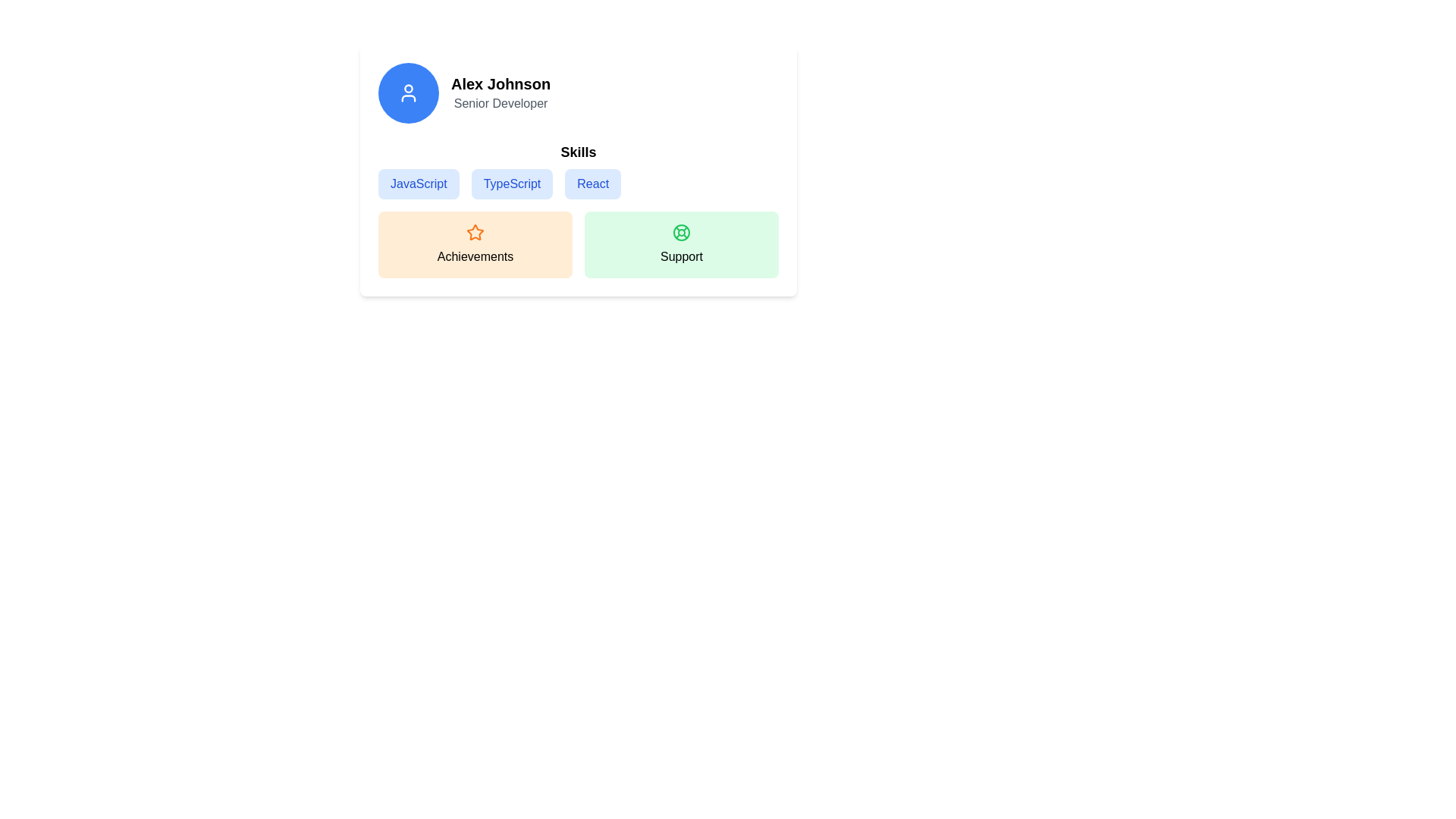 This screenshot has height=819, width=1456. I want to click on the support button located in the right column of the interface, so click(680, 244).